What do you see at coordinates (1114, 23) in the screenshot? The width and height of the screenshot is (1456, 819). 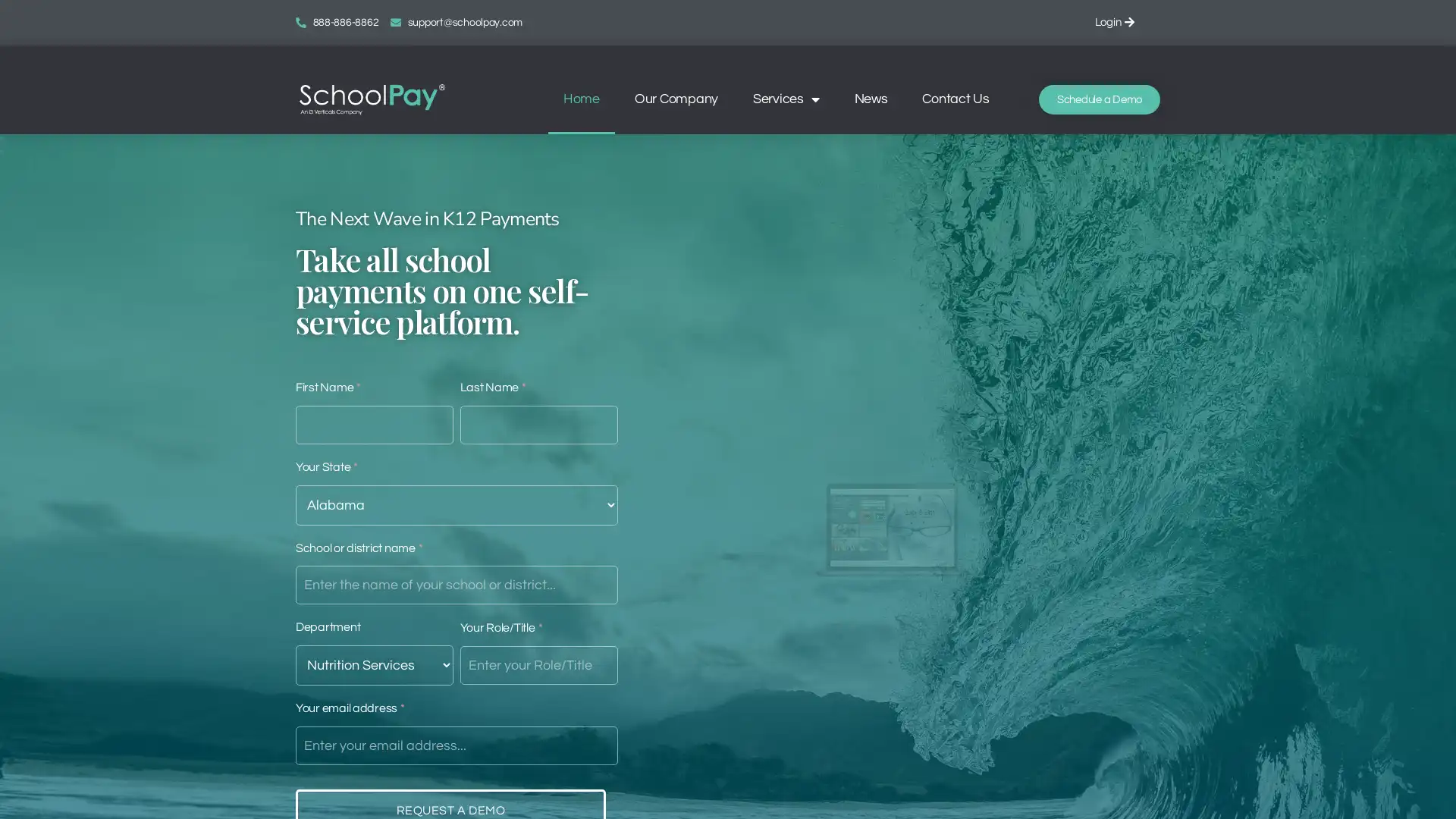 I see `Login` at bounding box center [1114, 23].